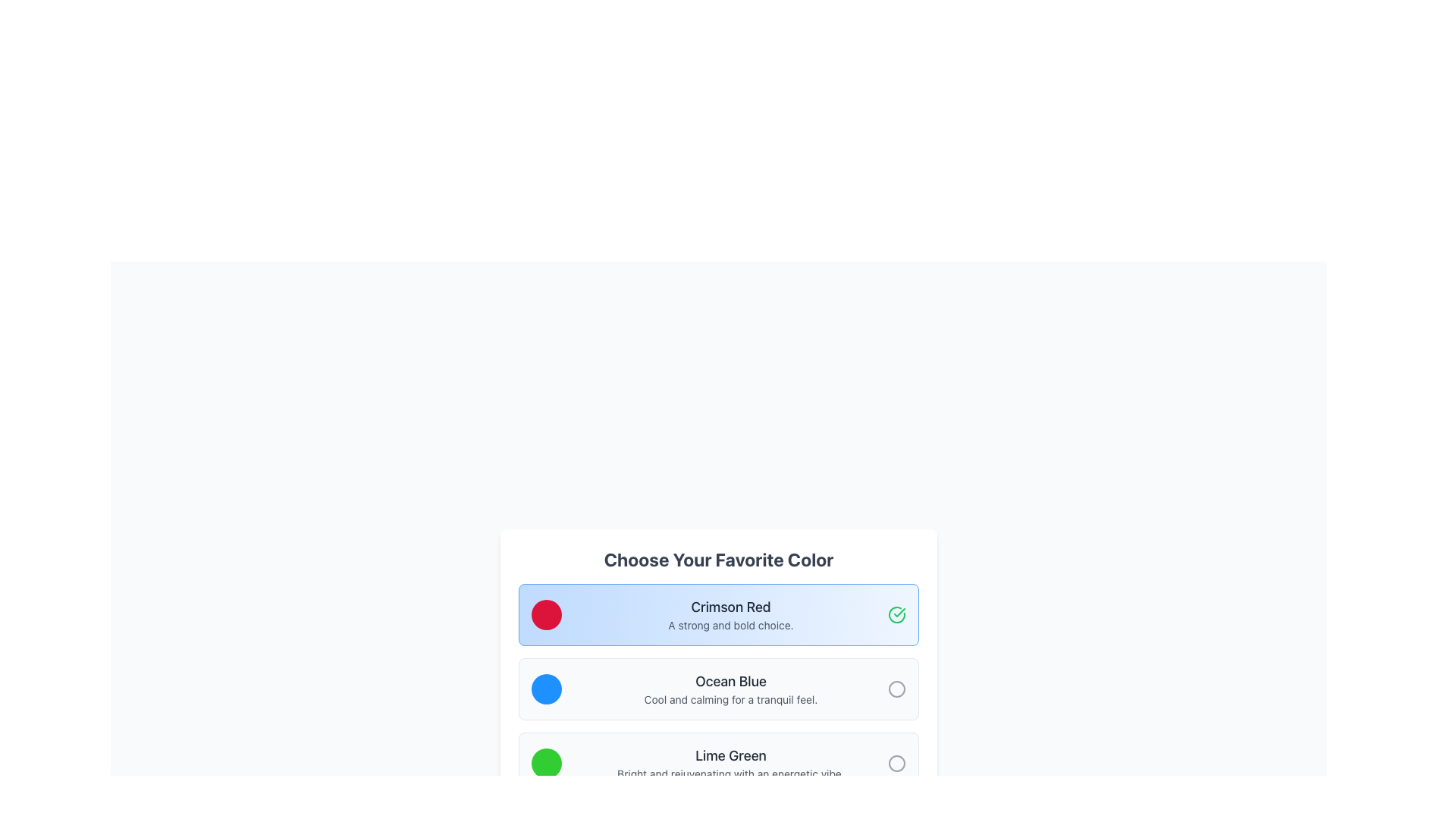 The image size is (1456, 819). Describe the element at coordinates (731, 755) in the screenshot. I see `the text label displaying 'Lime Green', which is styled in a medium bold dark gray font and is positioned below the 'Ocean Blue' section` at that location.